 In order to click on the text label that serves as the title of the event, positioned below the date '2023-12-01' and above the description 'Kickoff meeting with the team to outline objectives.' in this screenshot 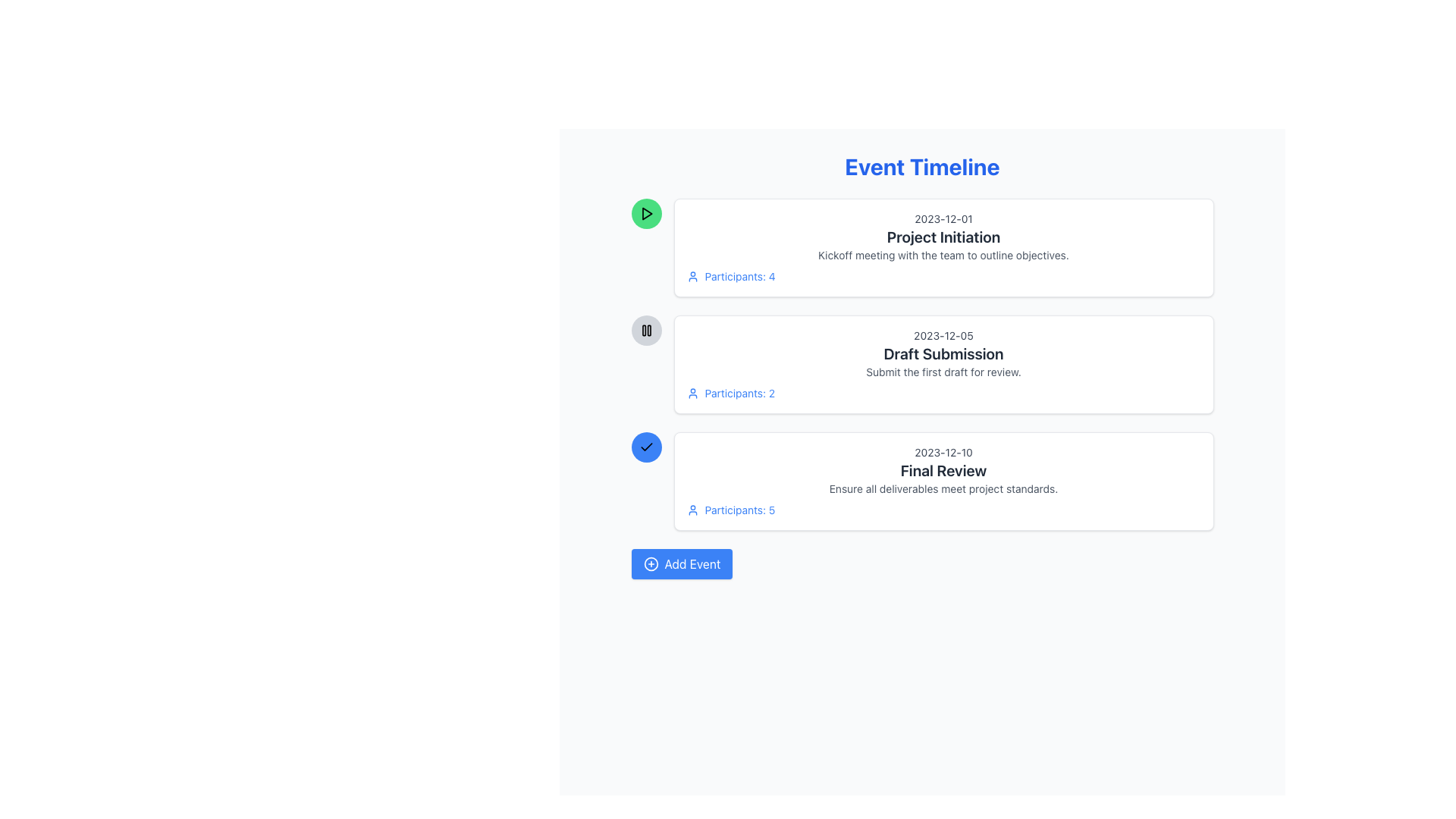, I will do `click(943, 237)`.